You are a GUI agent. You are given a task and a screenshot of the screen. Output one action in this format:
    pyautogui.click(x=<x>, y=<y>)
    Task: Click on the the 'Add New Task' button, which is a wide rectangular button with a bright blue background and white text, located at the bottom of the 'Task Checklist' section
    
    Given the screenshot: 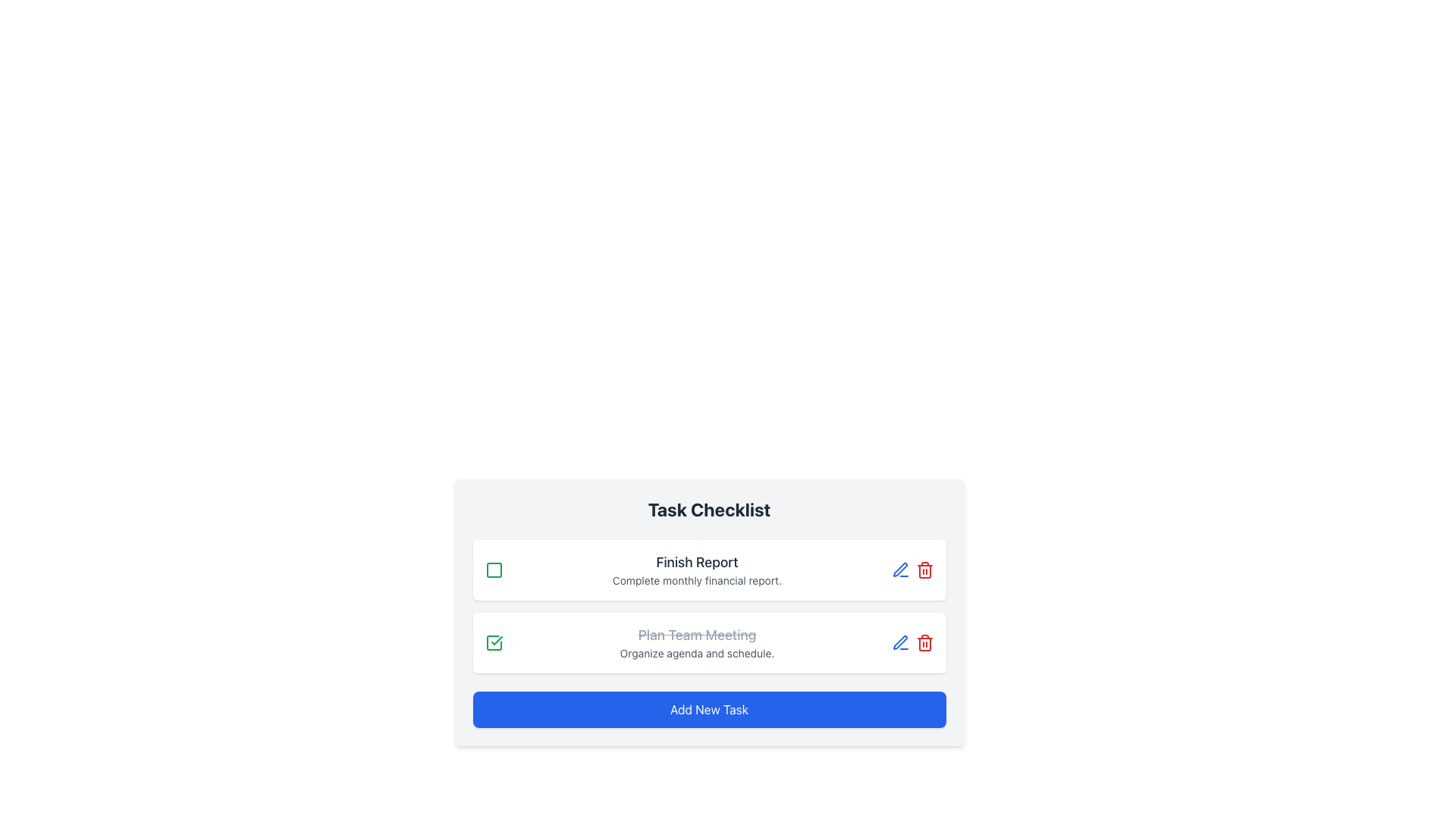 What is the action you would take?
    pyautogui.click(x=708, y=710)
    